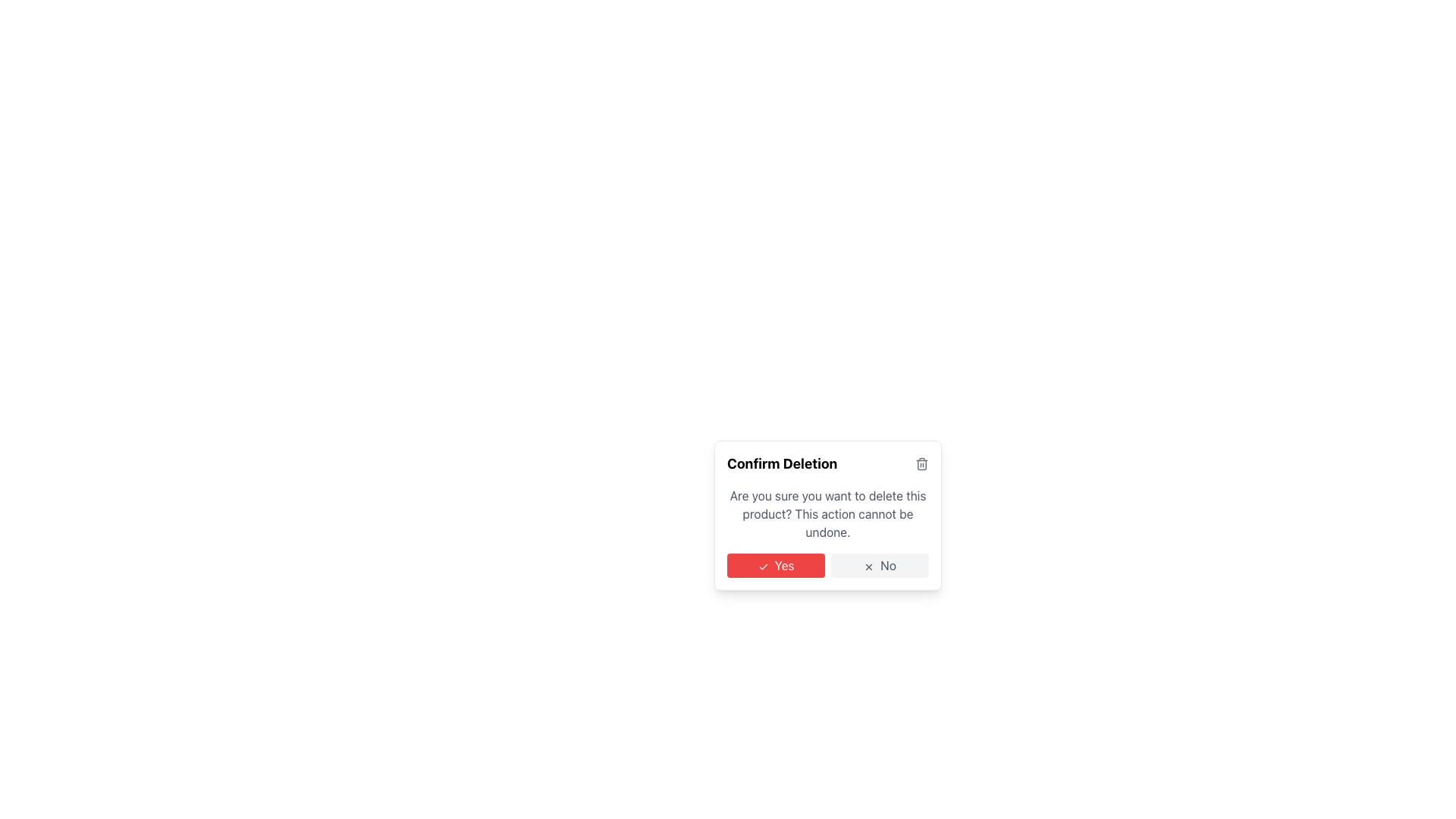 This screenshot has width=1456, height=819. Describe the element at coordinates (827, 463) in the screenshot. I see `the 'Confirm Deletion' heading element, which displays bold text and is located at the top of a modal dialog box` at that location.